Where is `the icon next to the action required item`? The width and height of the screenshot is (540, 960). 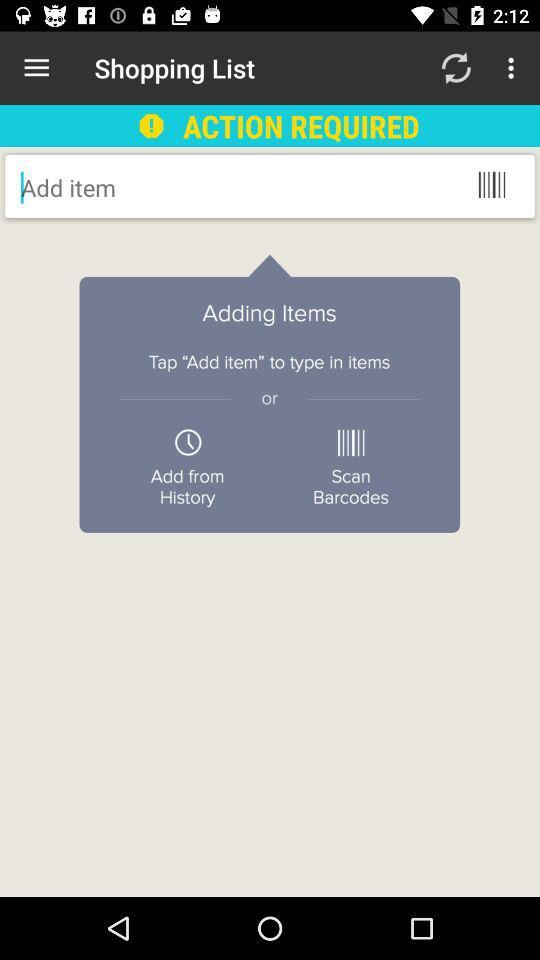 the icon next to the action required item is located at coordinates (455, 68).